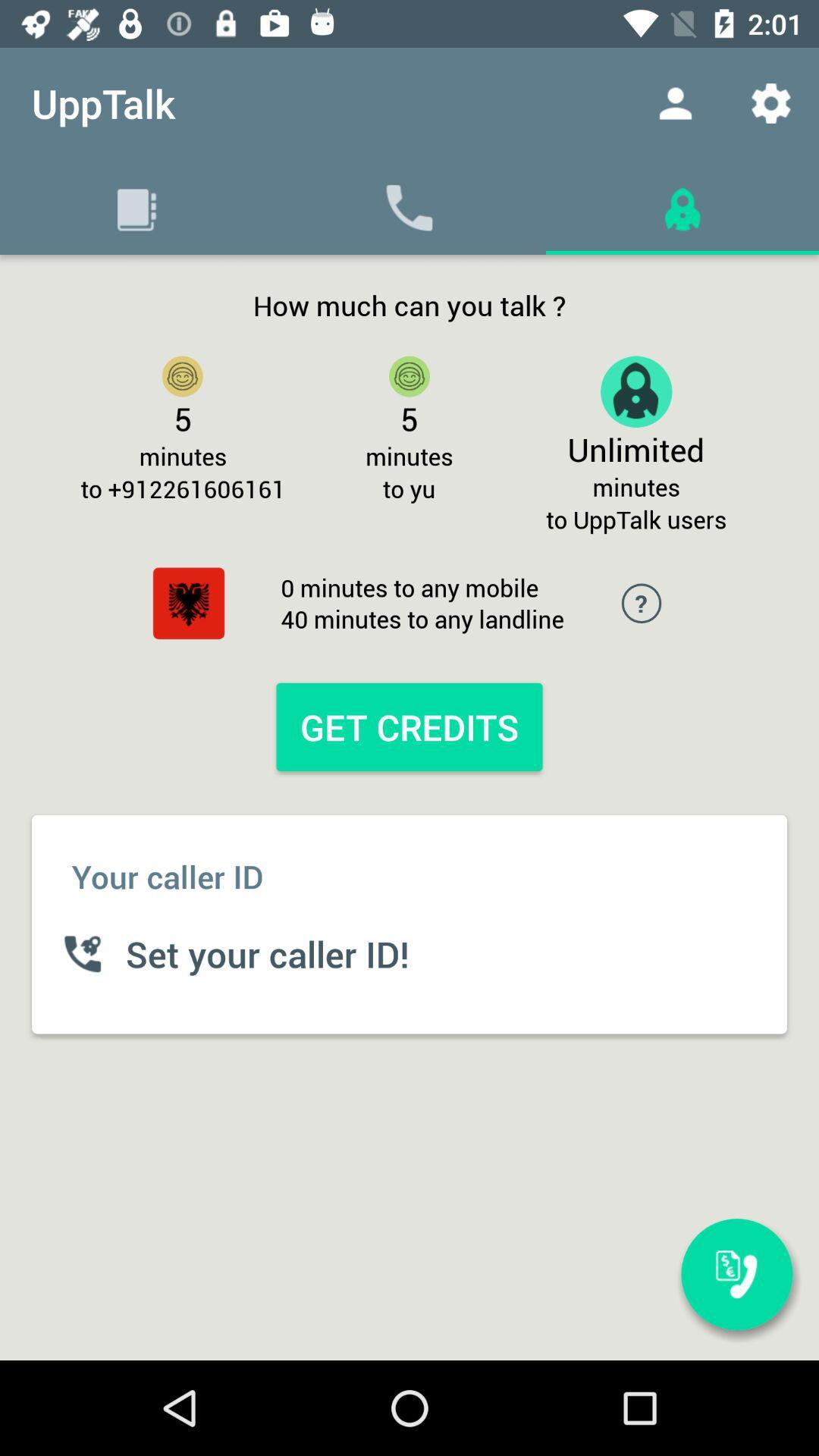 The image size is (819, 1456). Describe the element at coordinates (736, 1274) in the screenshot. I see `icon at the bottom right corner` at that location.